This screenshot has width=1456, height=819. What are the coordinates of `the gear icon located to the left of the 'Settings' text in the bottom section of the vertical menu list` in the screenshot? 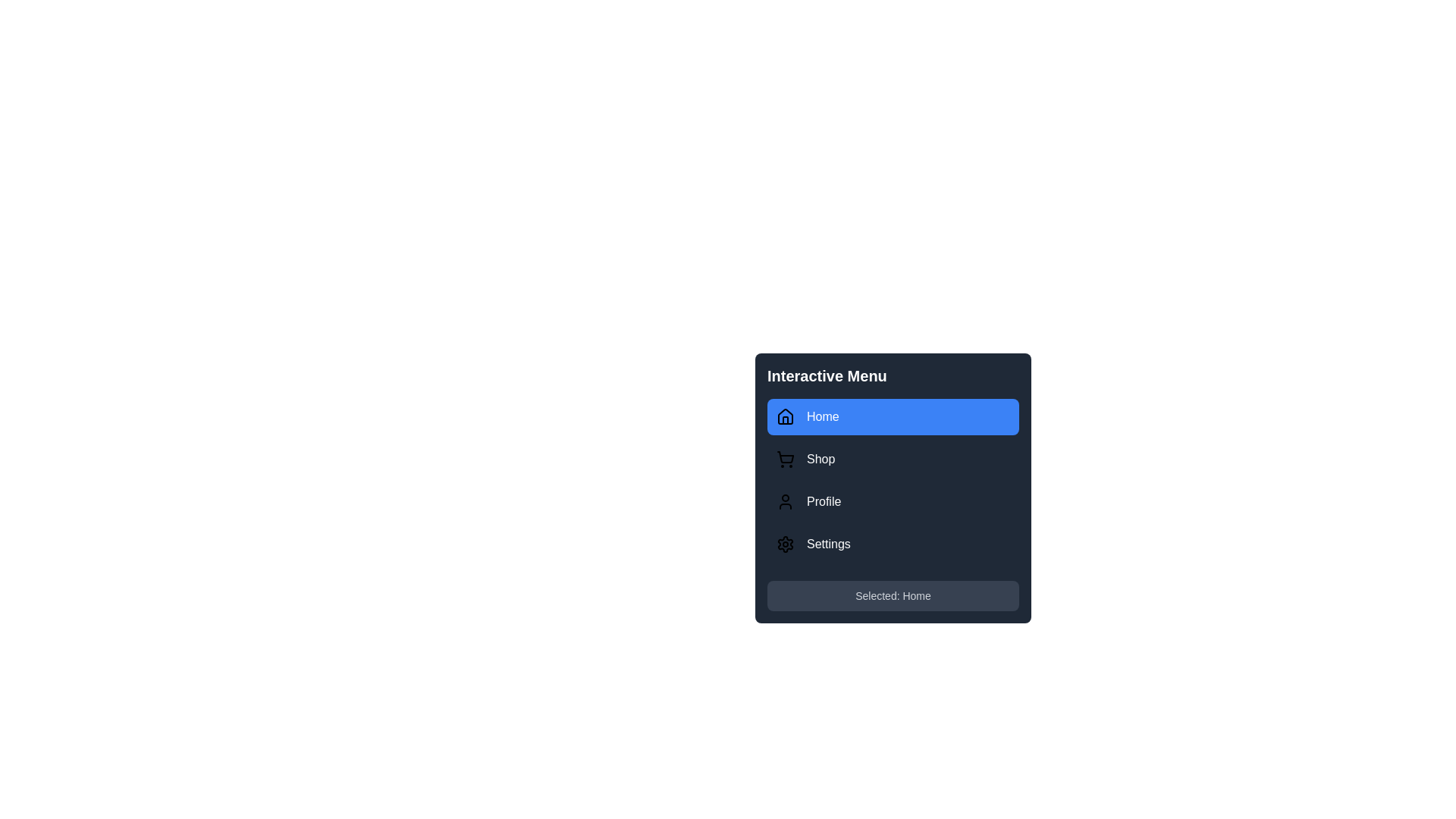 It's located at (786, 543).